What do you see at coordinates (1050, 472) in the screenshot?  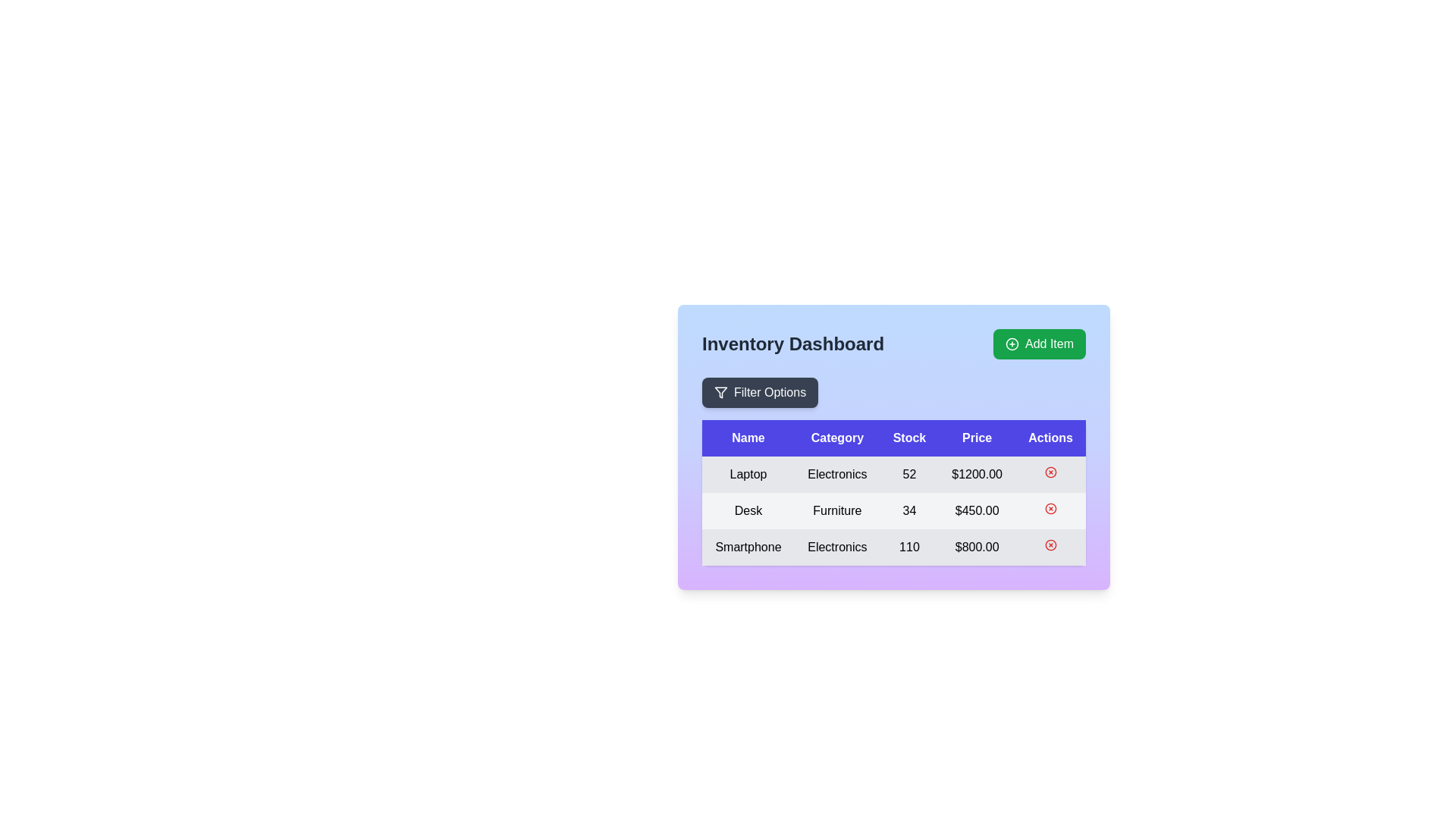 I see `the icon in the 'Actions' column of the first row, which is adjacent to the price '$1200.00'` at bounding box center [1050, 472].